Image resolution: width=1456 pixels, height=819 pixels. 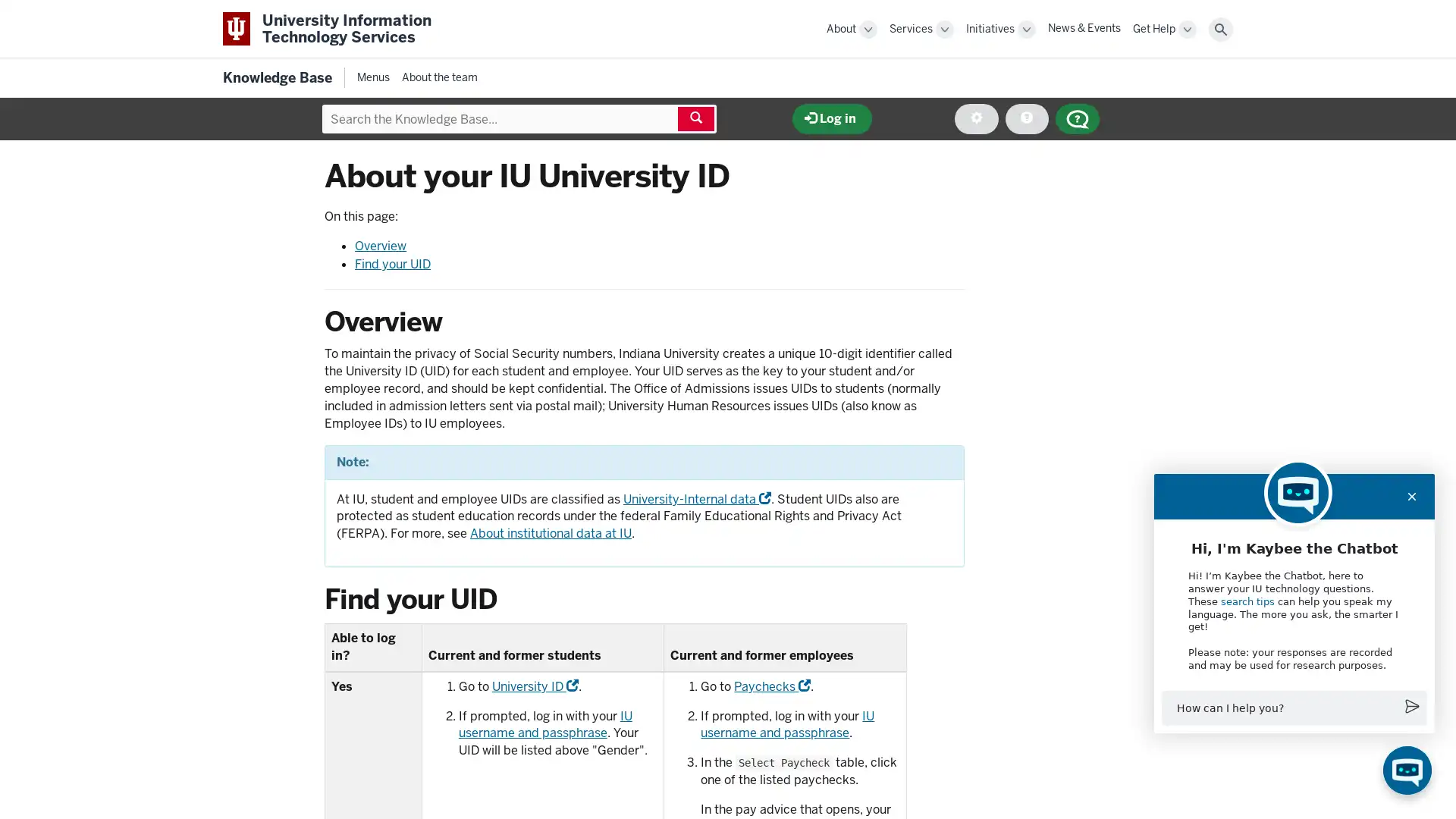 I want to click on Close chat, so click(x=1411, y=496).